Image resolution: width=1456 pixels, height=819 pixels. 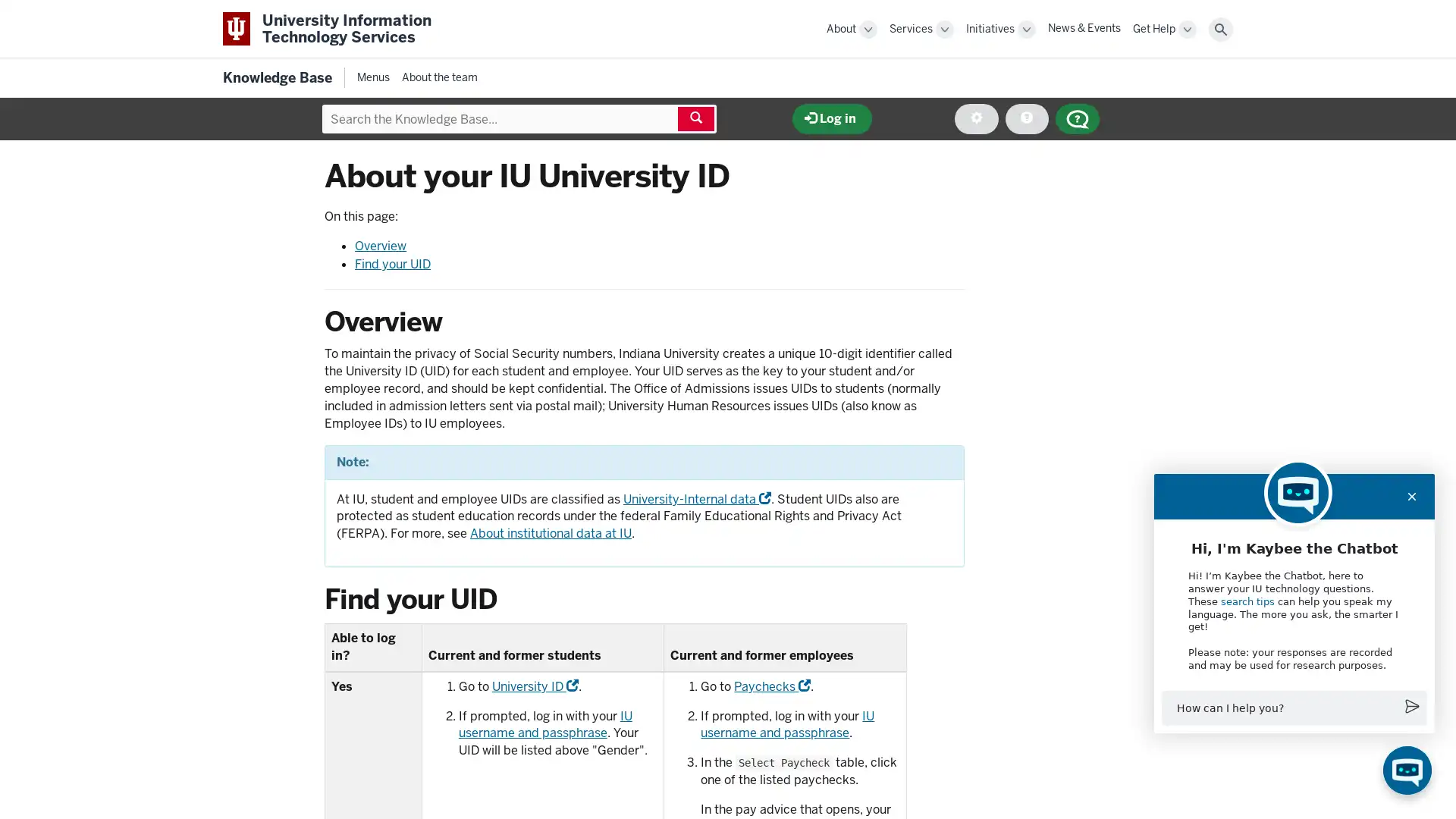 I want to click on Close chat, so click(x=1411, y=496).